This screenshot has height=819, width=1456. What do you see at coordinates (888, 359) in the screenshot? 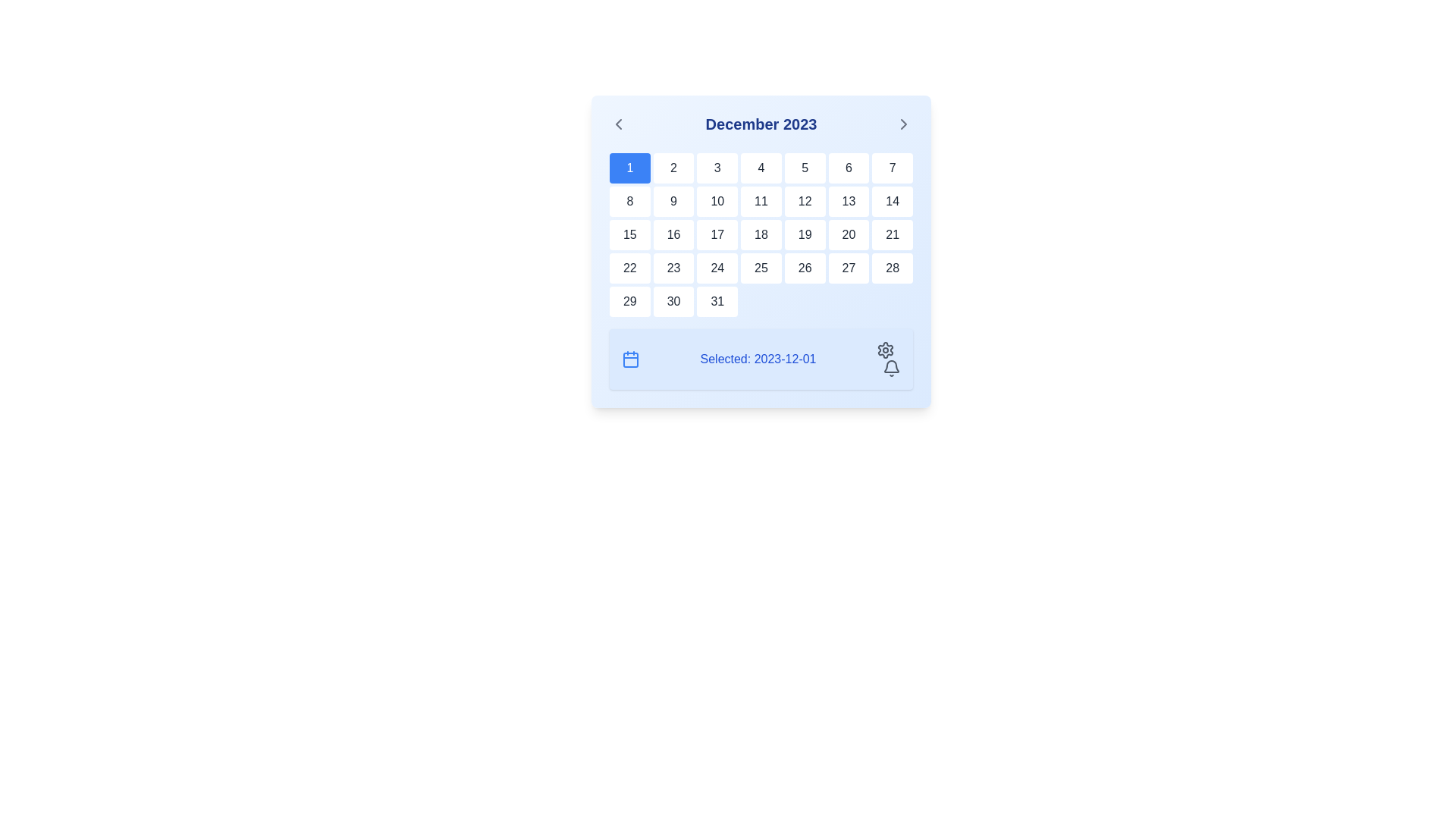
I see `the gear icon in the settings and notifications icon group` at bounding box center [888, 359].